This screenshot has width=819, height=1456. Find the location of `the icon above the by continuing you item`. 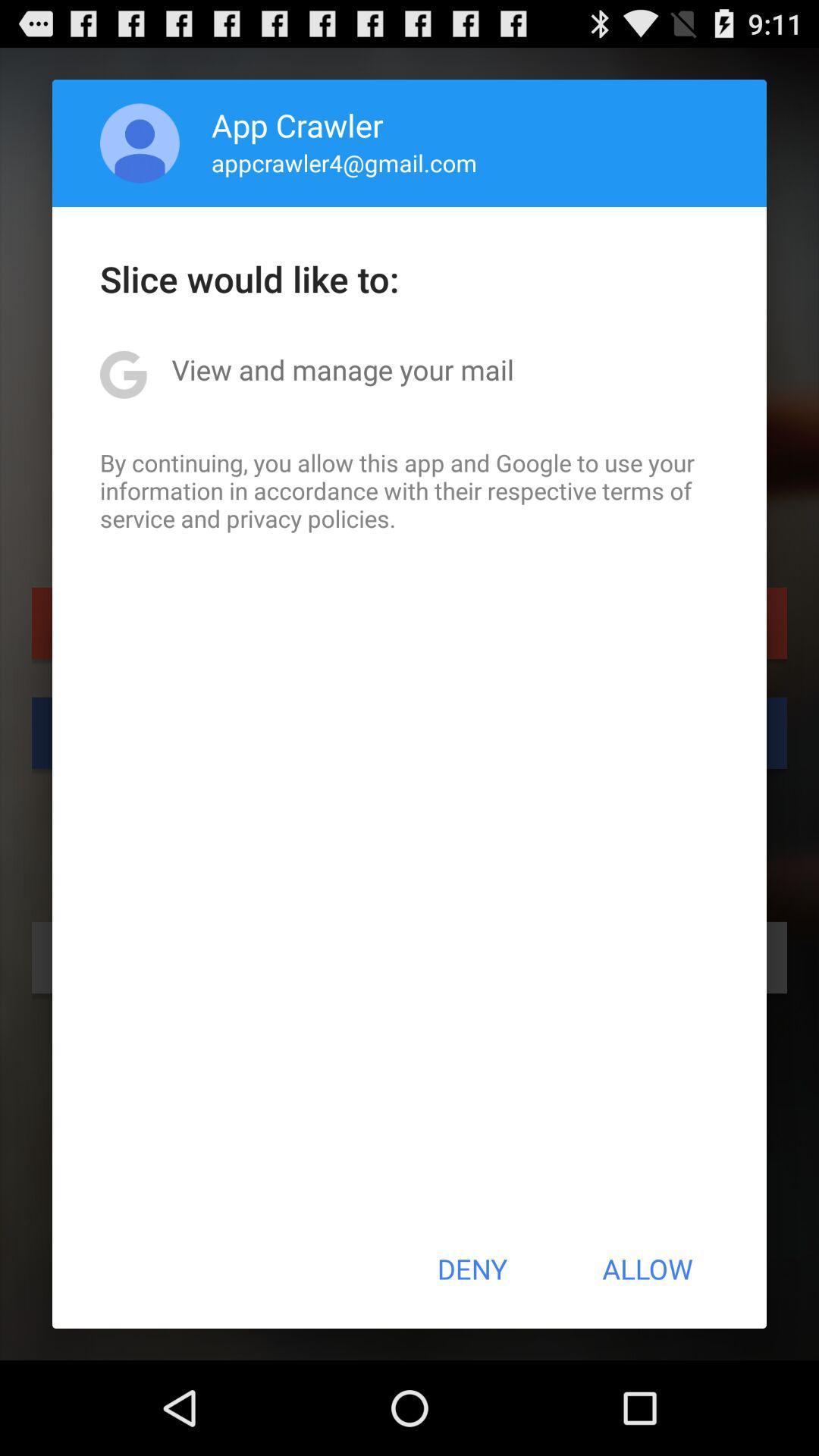

the icon above the by continuing you item is located at coordinates (343, 369).